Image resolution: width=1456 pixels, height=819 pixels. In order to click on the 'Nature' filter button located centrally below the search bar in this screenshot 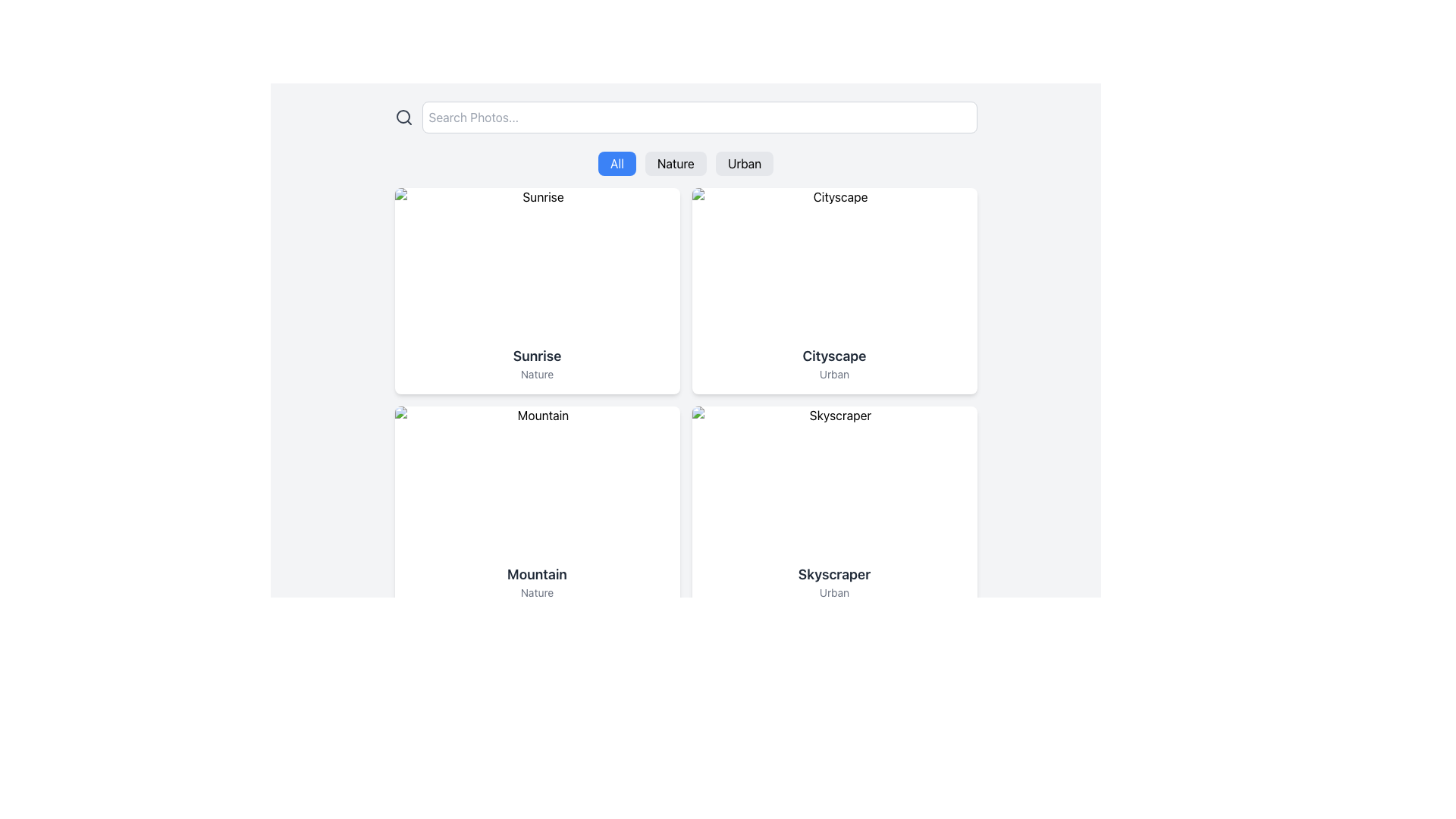, I will do `click(675, 164)`.